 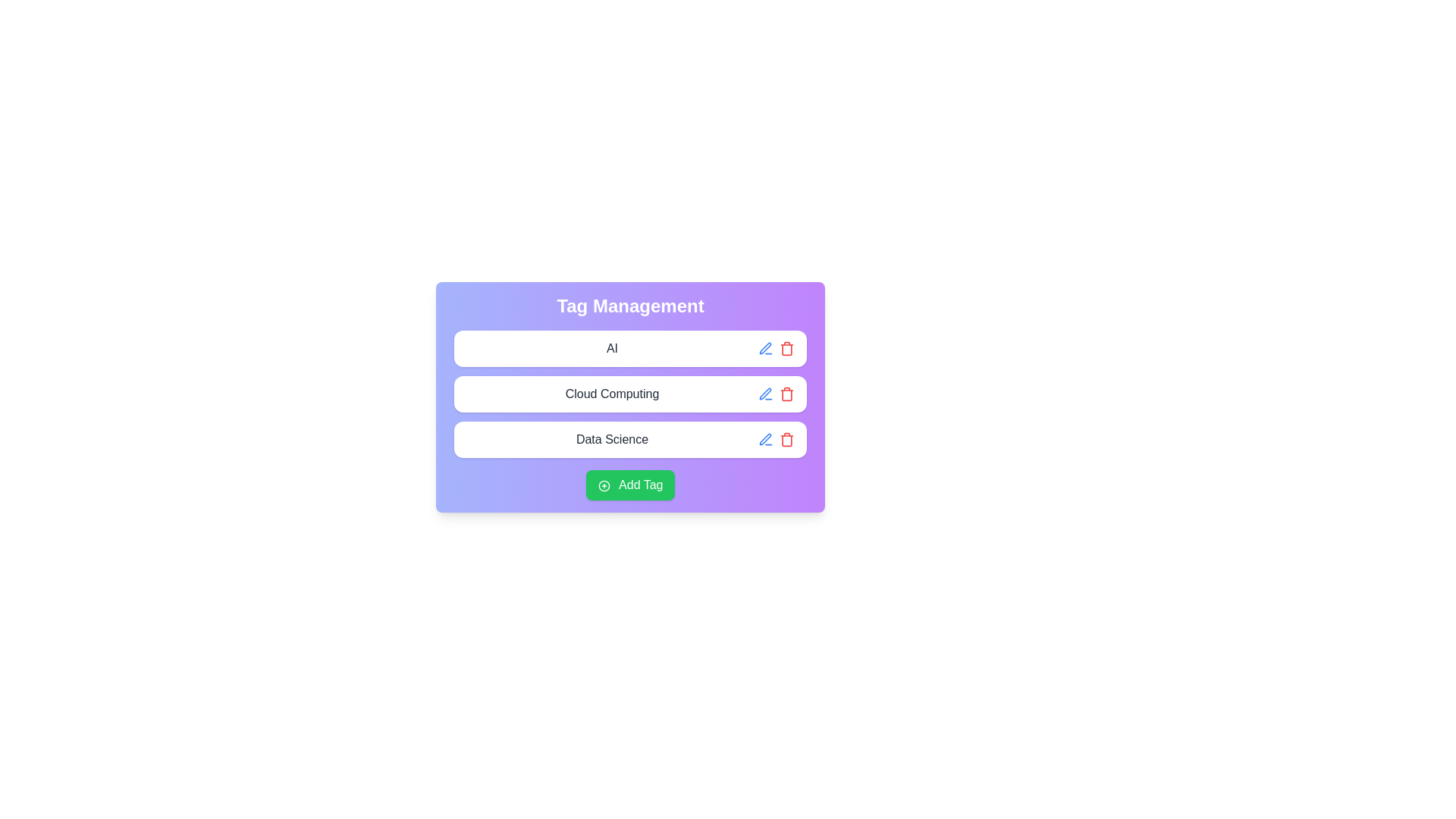 What do you see at coordinates (603, 485) in the screenshot?
I see `the icon representing the addition of a new tag located inside the 'Add Tag' button, which is centered horizontally in the green section at the bottom of the interface` at bounding box center [603, 485].